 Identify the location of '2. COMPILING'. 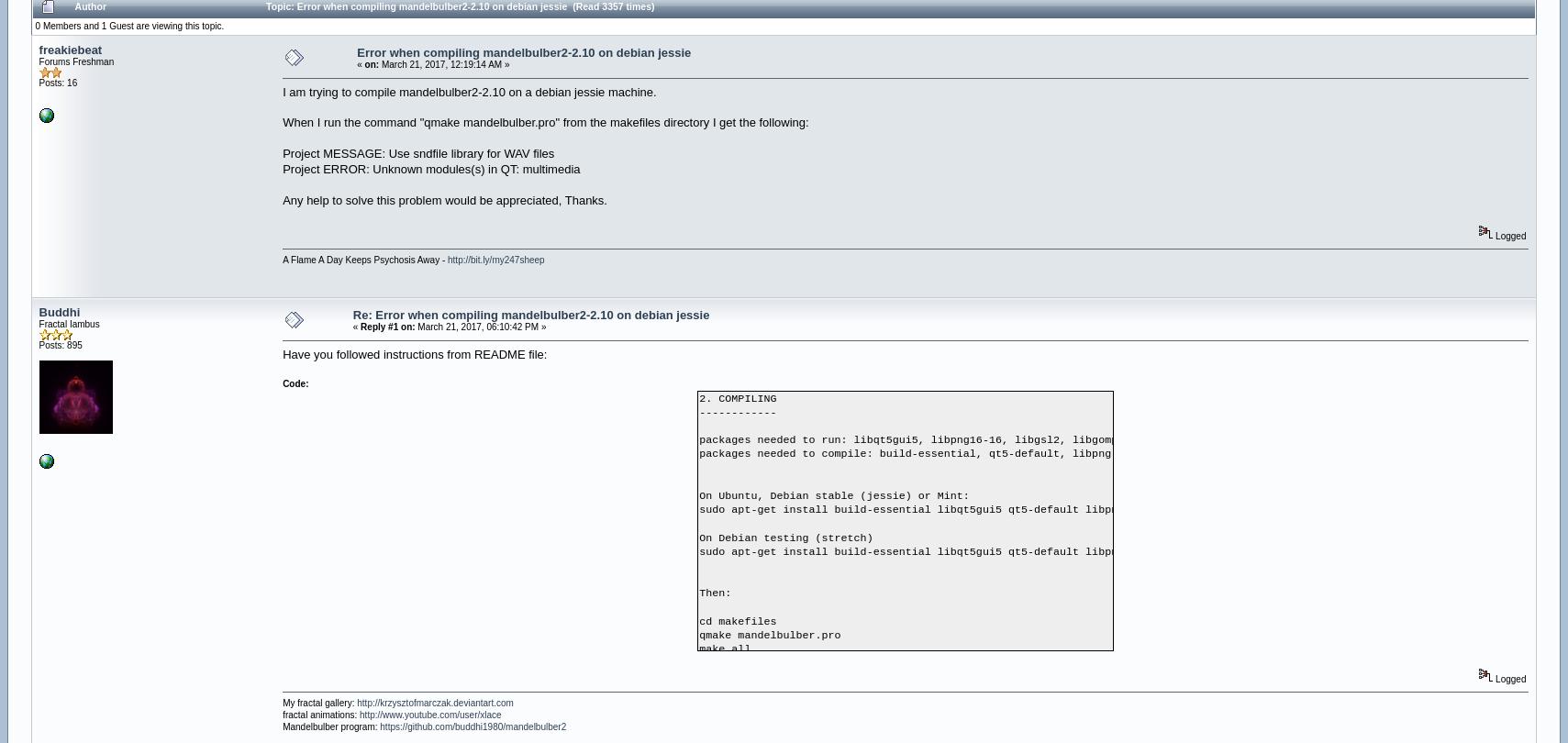
(698, 397).